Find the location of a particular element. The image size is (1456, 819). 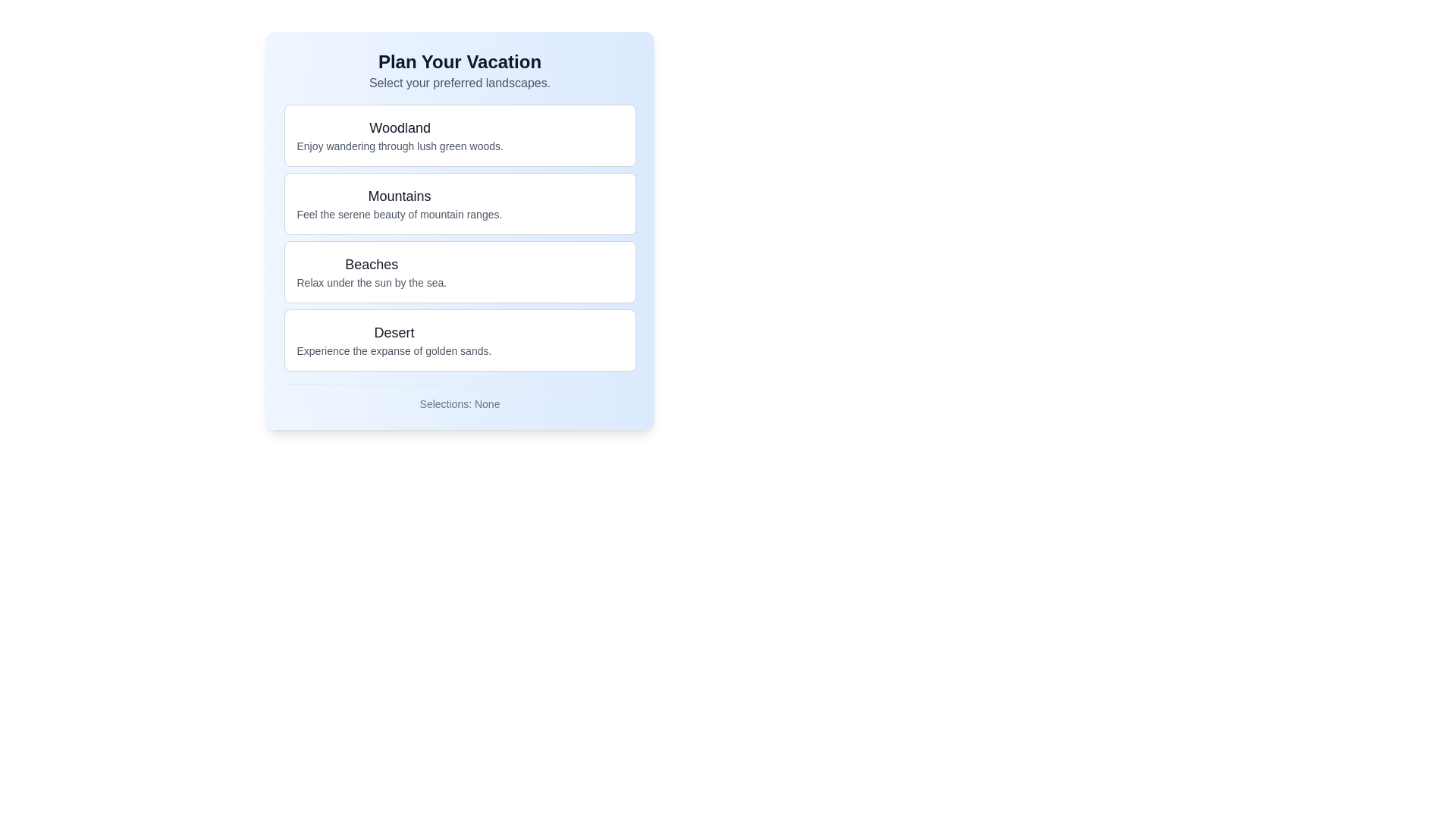

the descriptive text element that provides additional information about the 'Desert' option in the selection interface, located below the bold title 'Desert' is located at coordinates (394, 350).